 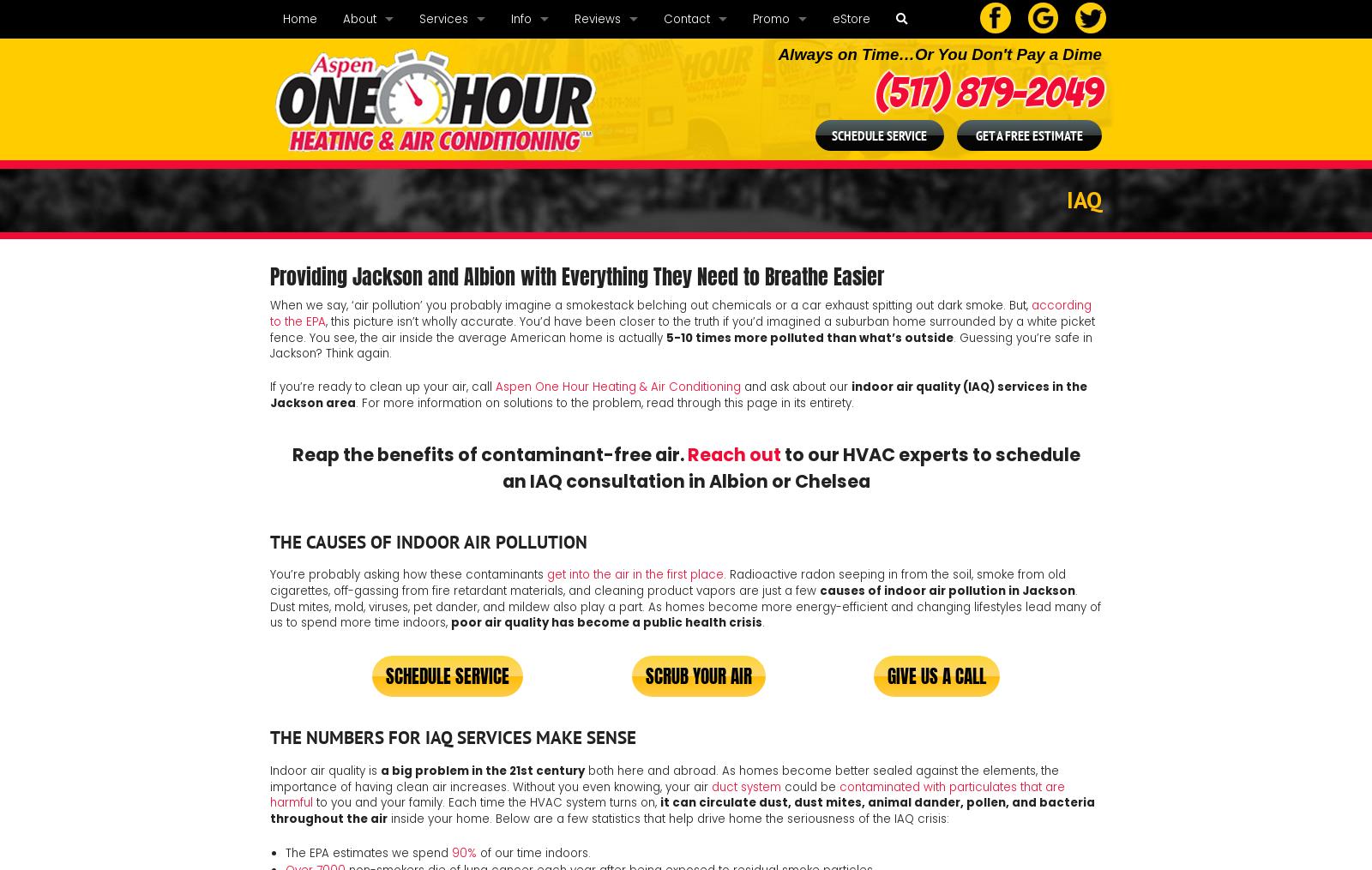 What do you see at coordinates (382, 385) in the screenshot?
I see `'If you’re ready to clean up your air, call'` at bounding box center [382, 385].